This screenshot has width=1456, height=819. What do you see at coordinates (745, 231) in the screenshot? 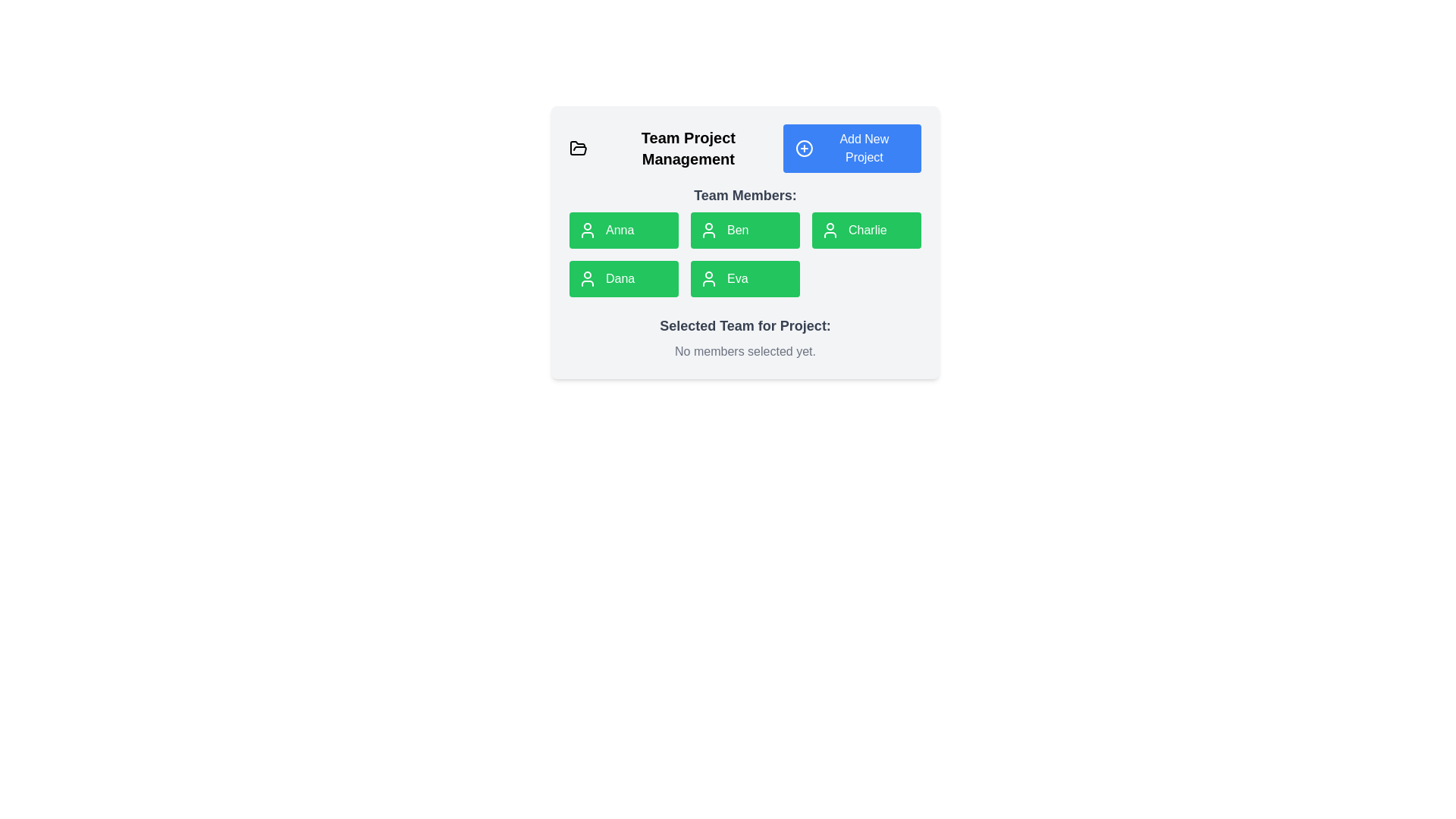
I see `the green button labeled 'Ben' with a user icon on its left` at bounding box center [745, 231].